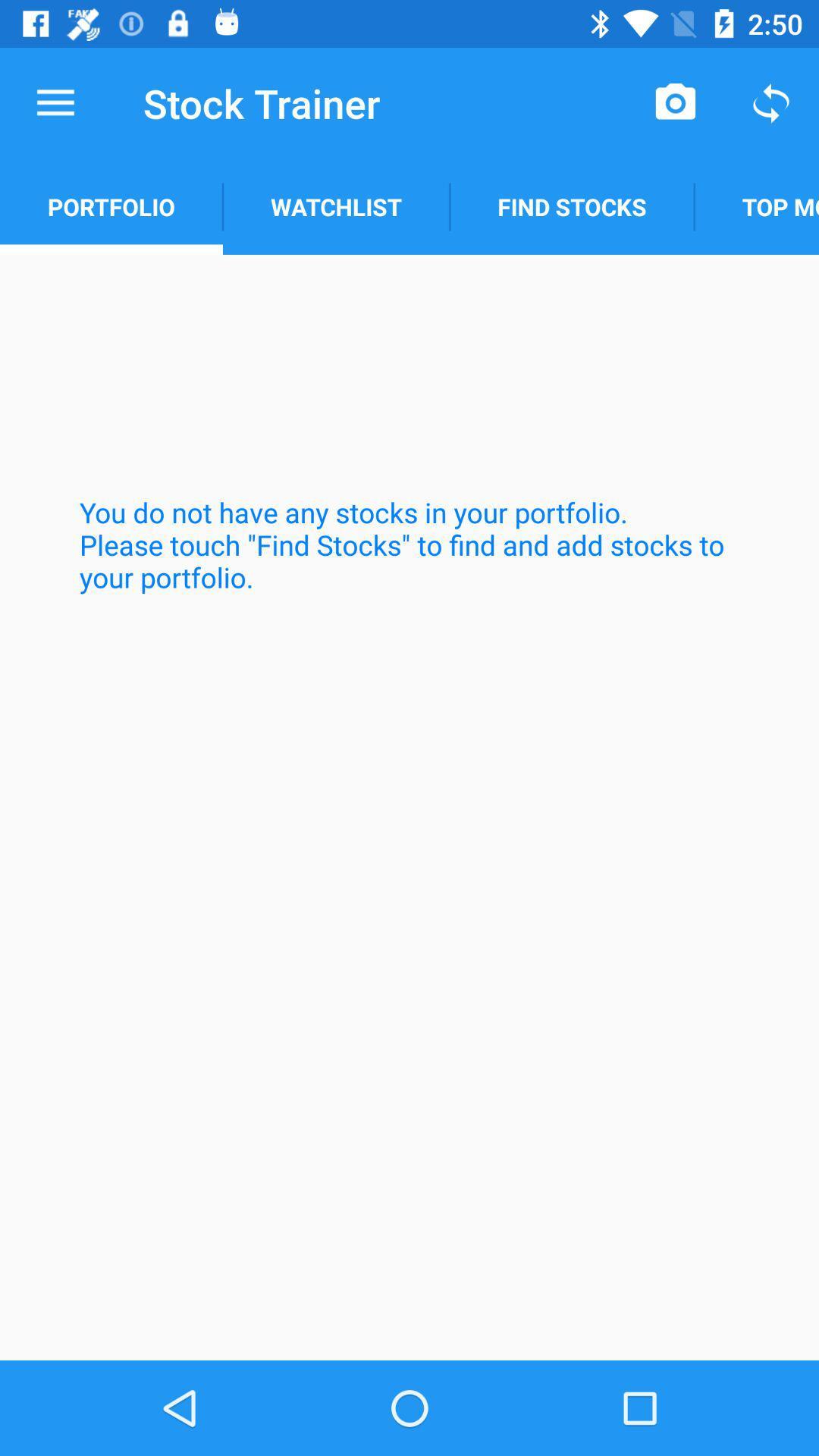  Describe the element at coordinates (335, 206) in the screenshot. I see `icon next to the portfolio app` at that location.